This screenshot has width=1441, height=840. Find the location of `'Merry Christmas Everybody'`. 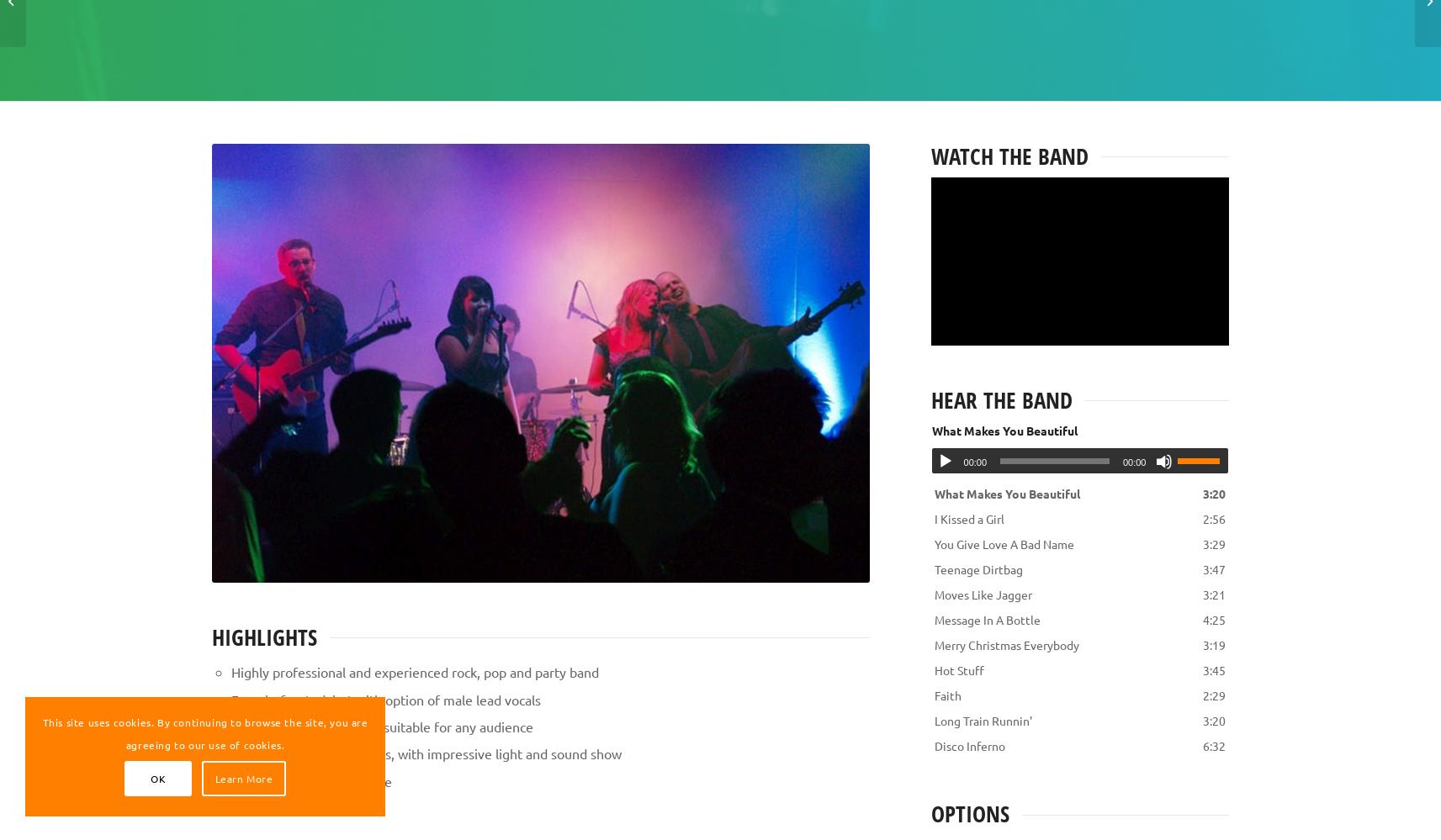

'Merry Christmas Everybody' is located at coordinates (1005, 644).